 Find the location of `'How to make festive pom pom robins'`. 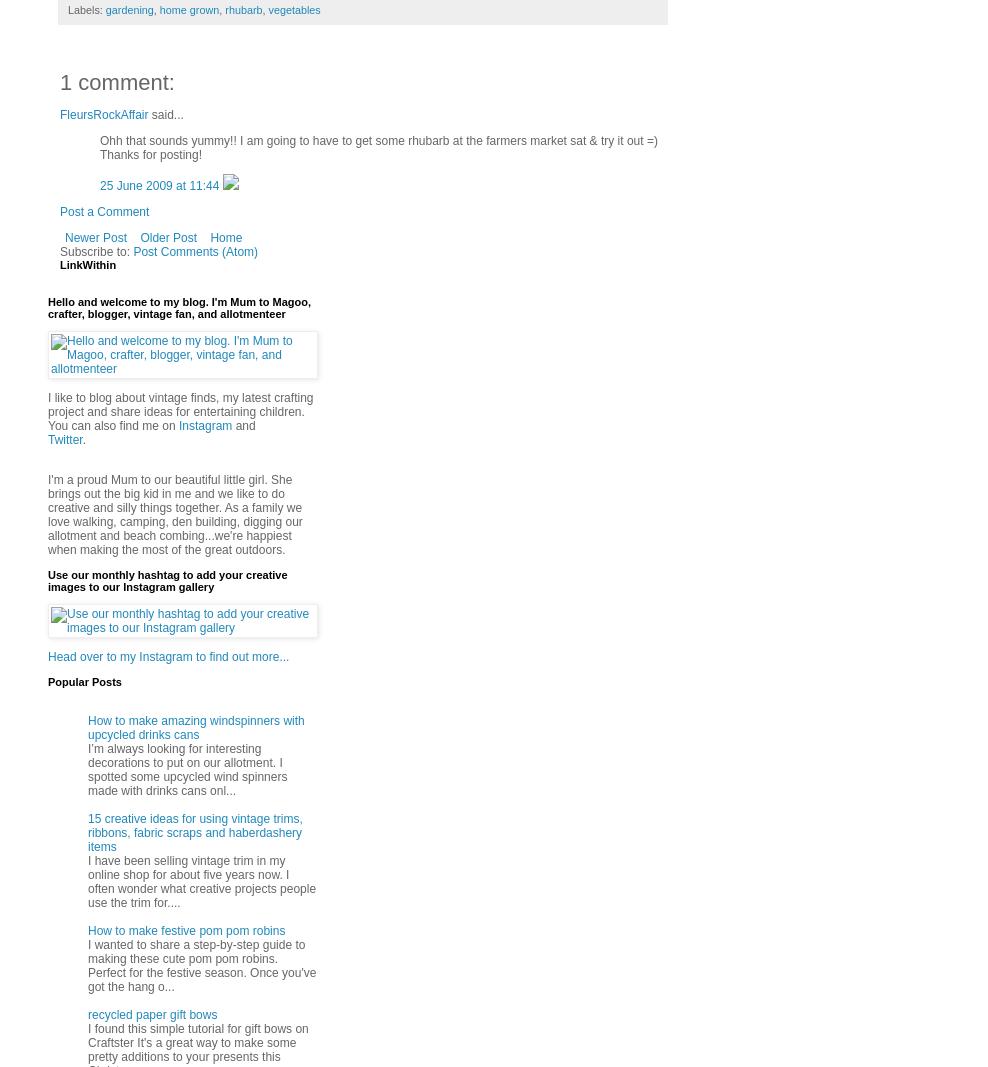

'How to make festive pom pom robins' is located at coordinates (186, 930).